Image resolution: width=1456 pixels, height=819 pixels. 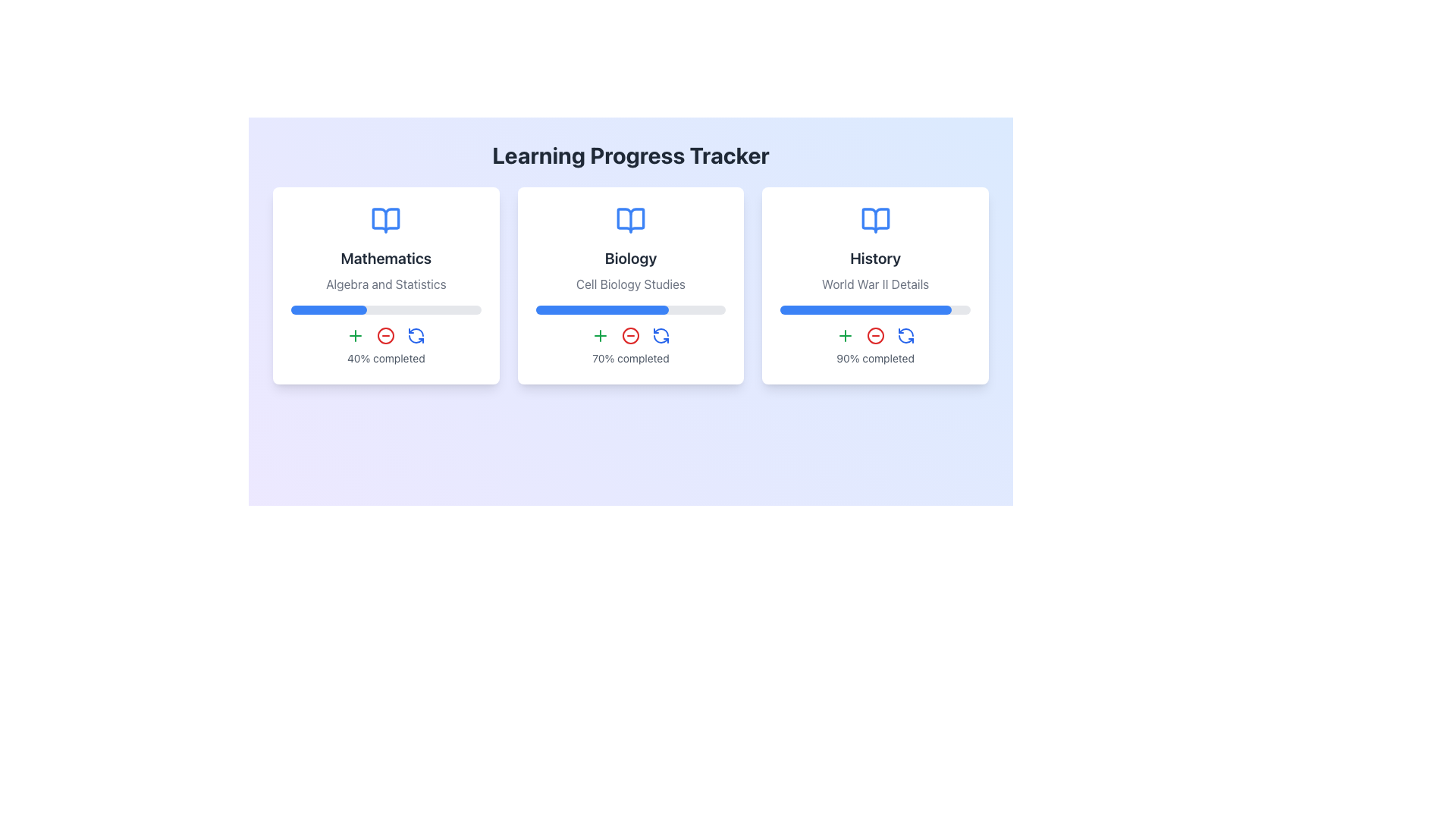 What do you see at coordinates (630, 335) in the screenshot?
I see `the graphic circle icon at the bottom of the 'Biology' card in the middle column, which serves as a visual cue for subtraction or minimizing actions` at bounding box center [630, 335].